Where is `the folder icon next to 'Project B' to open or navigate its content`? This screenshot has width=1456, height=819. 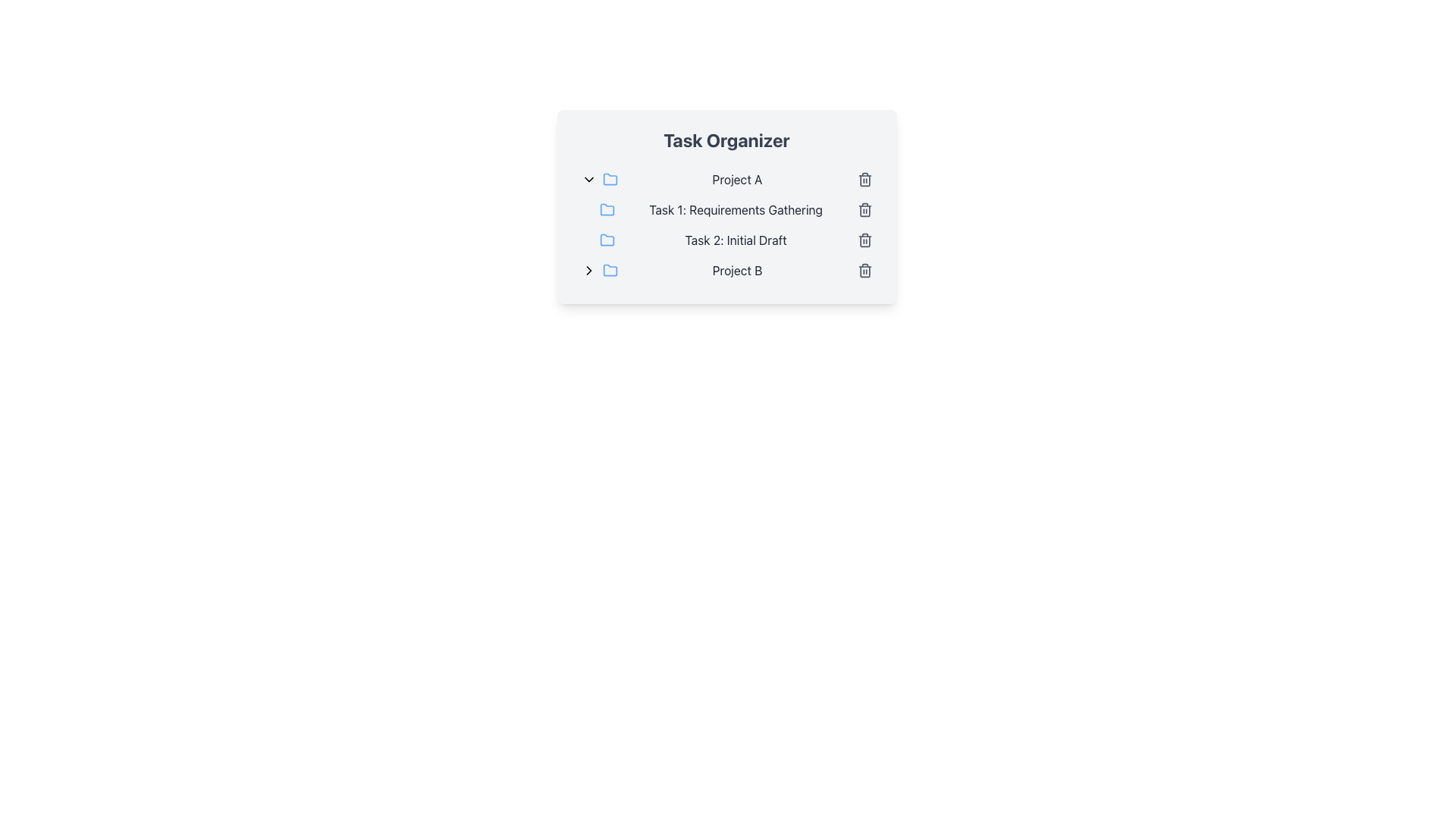
the folder icon next to 'Project B' to open or navigate its content is located at coordinates (610, 269).